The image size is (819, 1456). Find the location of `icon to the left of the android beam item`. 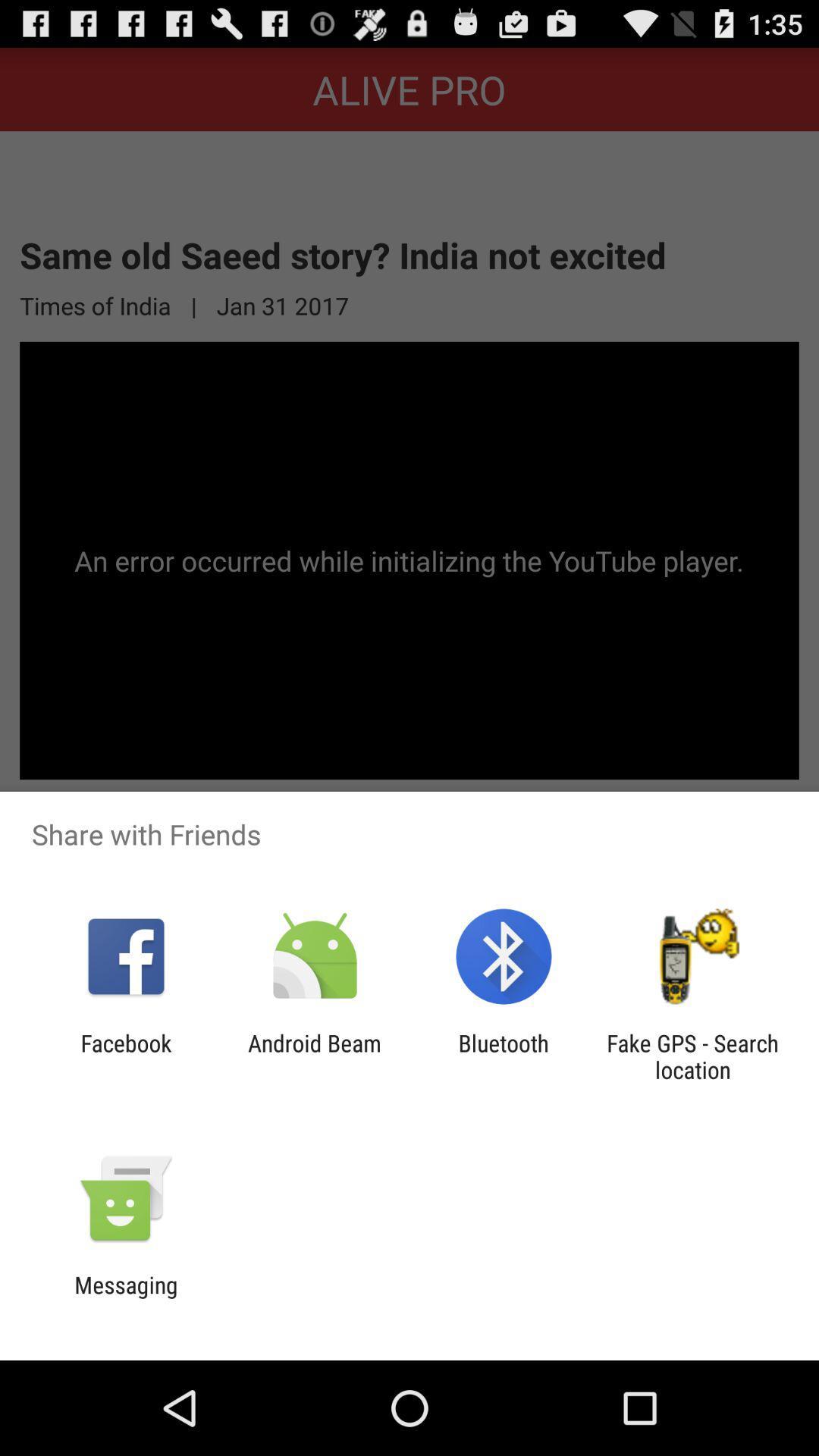

icon to the left of the android beam item is located at coordinates (125, 1056).